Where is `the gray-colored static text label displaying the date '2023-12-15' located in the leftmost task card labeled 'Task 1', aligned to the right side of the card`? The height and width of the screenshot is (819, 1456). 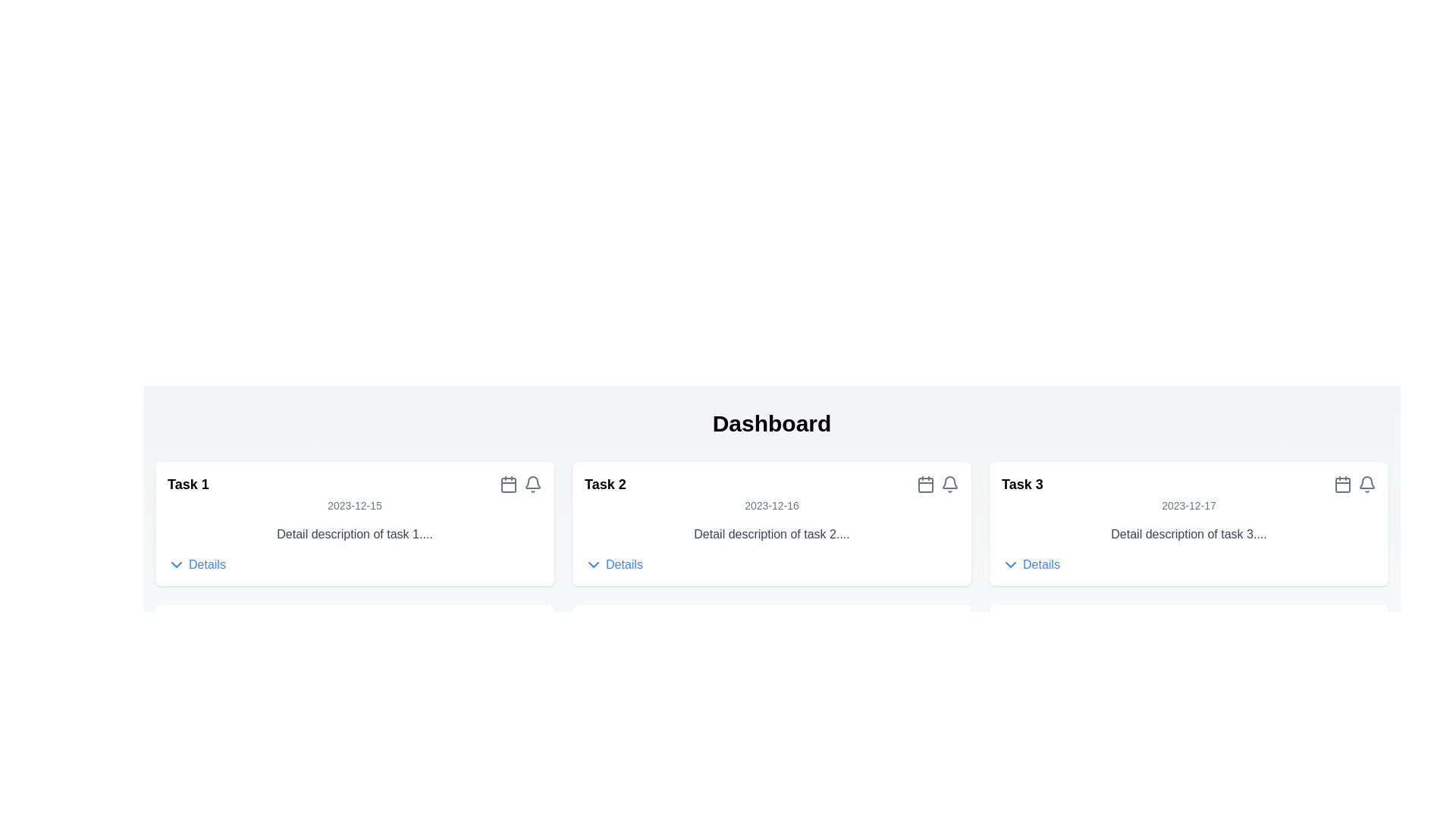
the gray-colored static text label displaying the date '2023-12-15' located in the leftmost task card labeled 'Task 1', aligned to the right side of the card is located at coordinates (353, 506).